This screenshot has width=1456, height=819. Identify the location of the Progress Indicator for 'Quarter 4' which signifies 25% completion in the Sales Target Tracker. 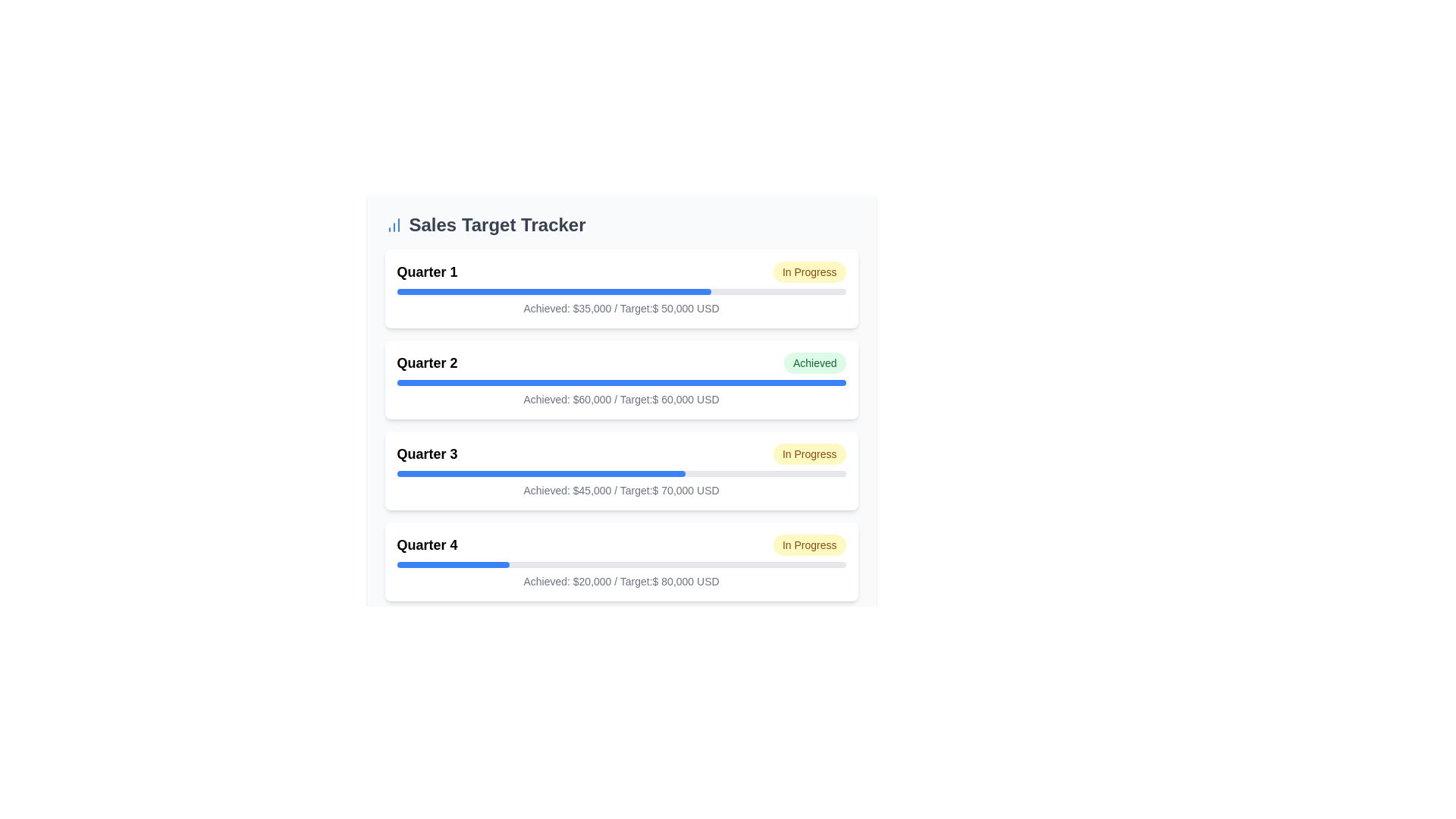
(452, 564).